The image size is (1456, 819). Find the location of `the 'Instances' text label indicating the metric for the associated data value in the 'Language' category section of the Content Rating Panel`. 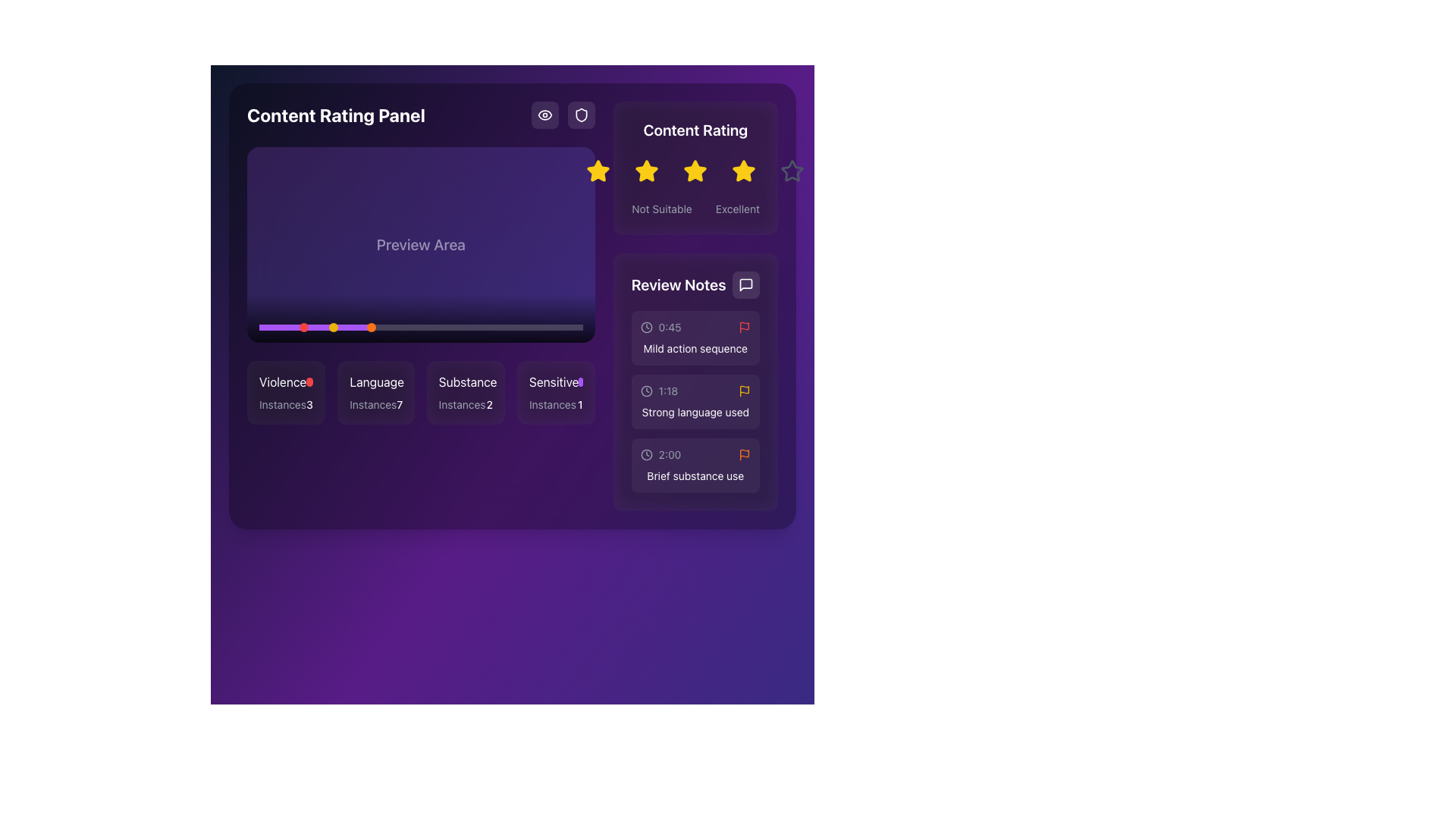

the 'Instances' text label indicating the metric for the associated data value in the 'Language' category section of the Content Rating Panel is located at coordinates (372, 403).